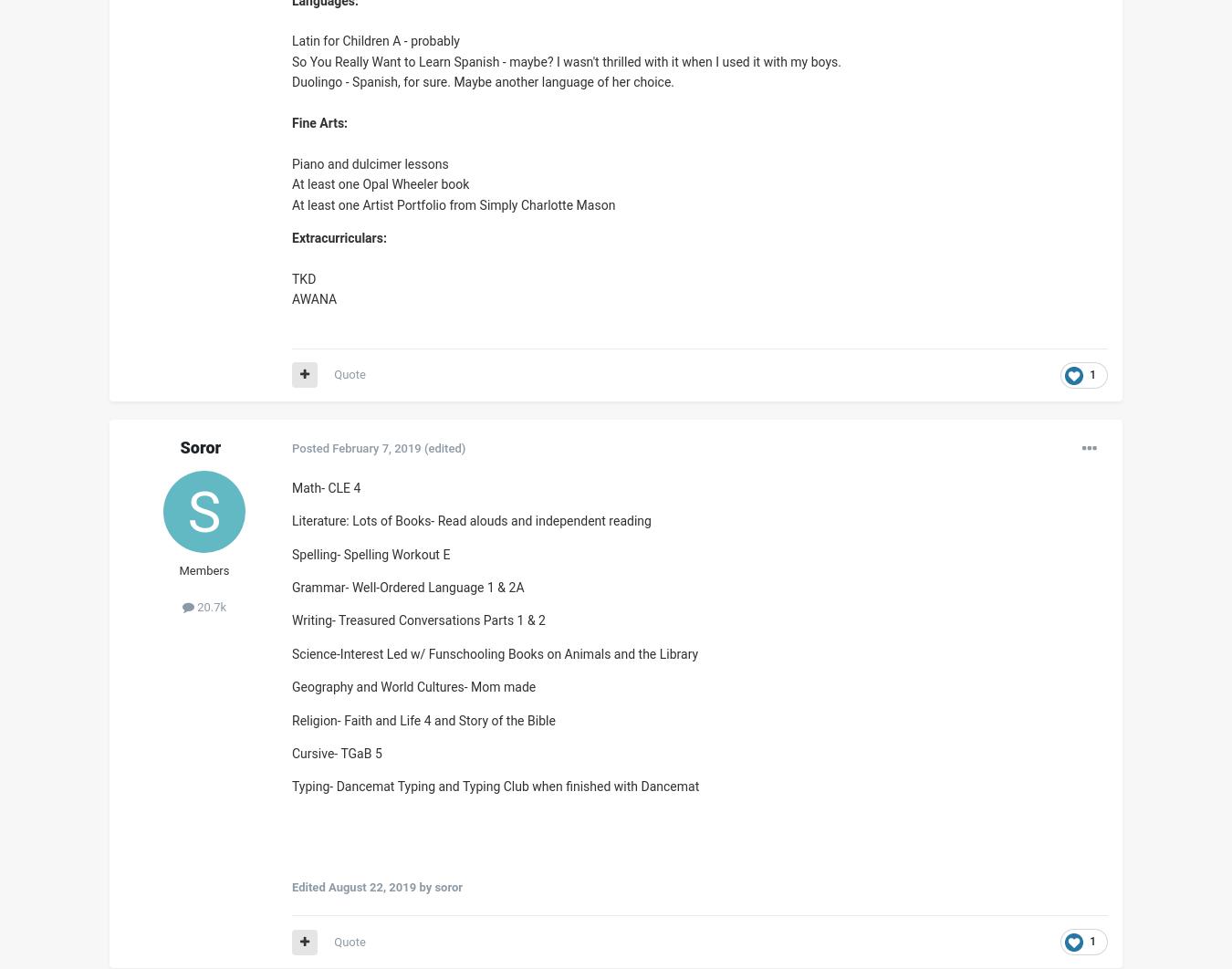 The width and height of the screenshot is (1232, 969). I want to click on 'Science-Interest Led w/ Funschooling Books on Animals and the Library', so click(290, 653).